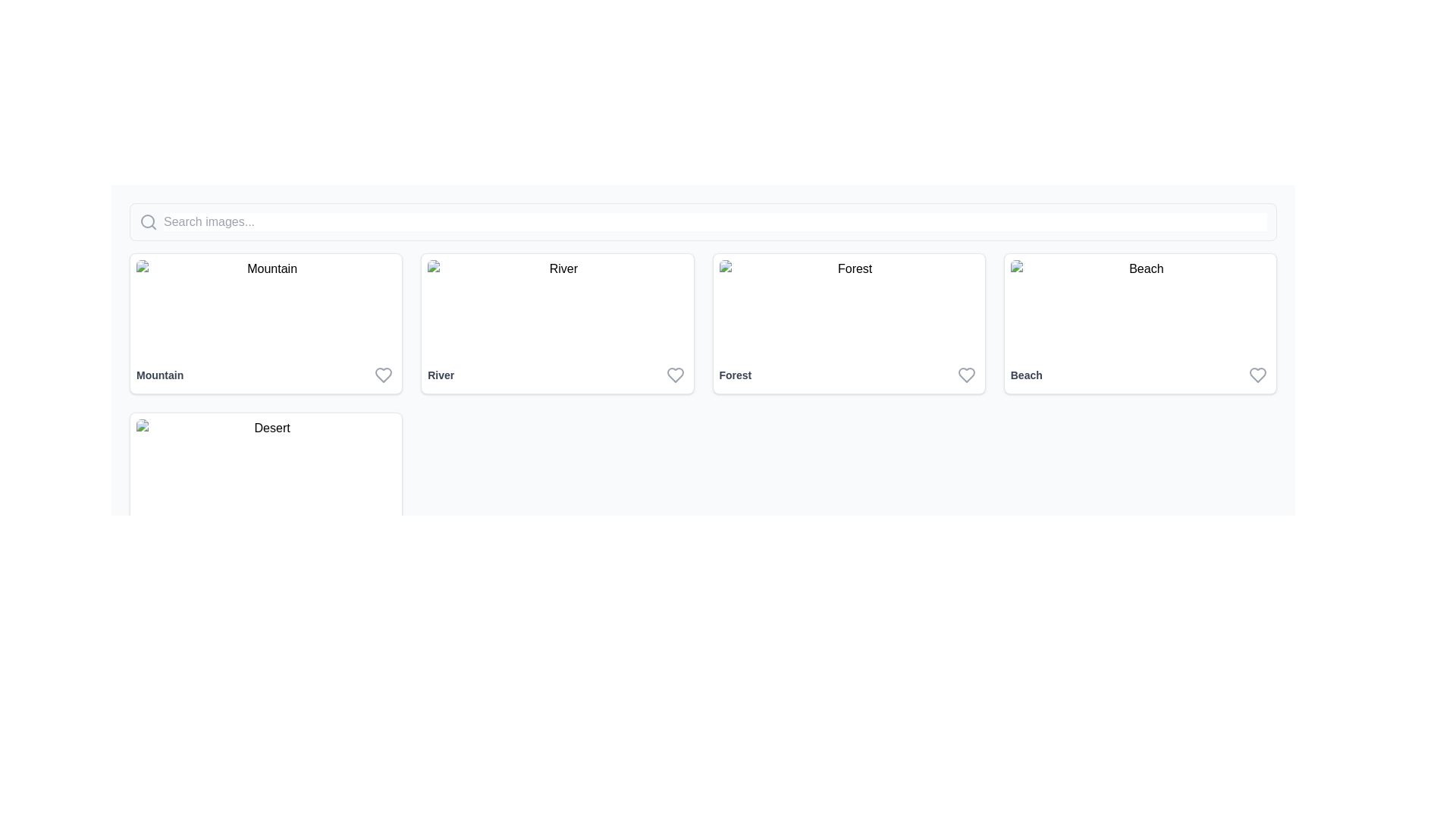 The image size is (1456, 819). Describe the element at coordinates (440, 375) in the screenshot. I see `the text label displaying 'River' in bold gray font located at the bottom-left corner of its card area` at that location.